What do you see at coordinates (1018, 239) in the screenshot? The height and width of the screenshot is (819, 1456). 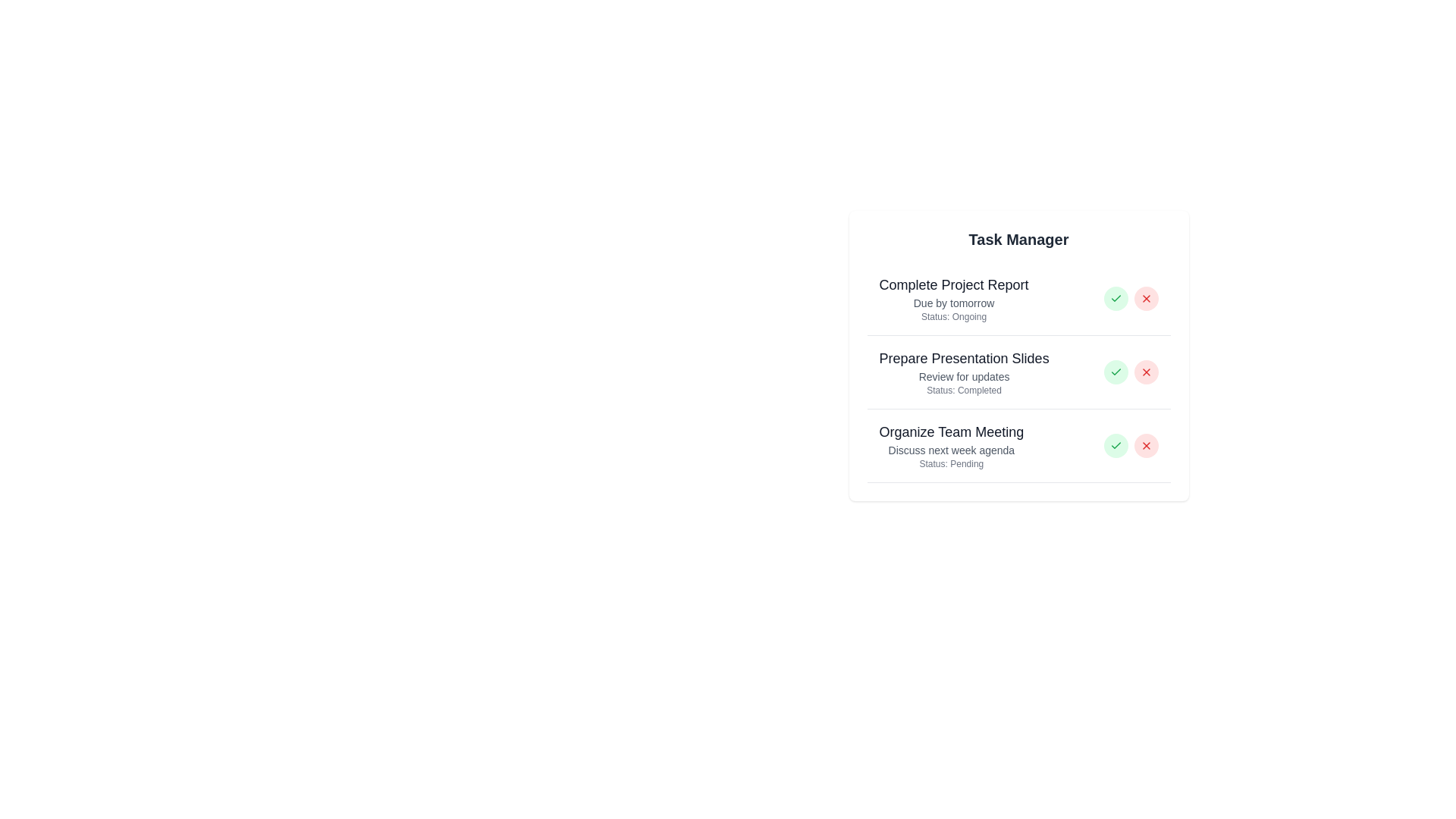 I see `text of the heading element that serves as the title for the task manager section, located at the center of the card layout` at bounding box center [1018, 239].